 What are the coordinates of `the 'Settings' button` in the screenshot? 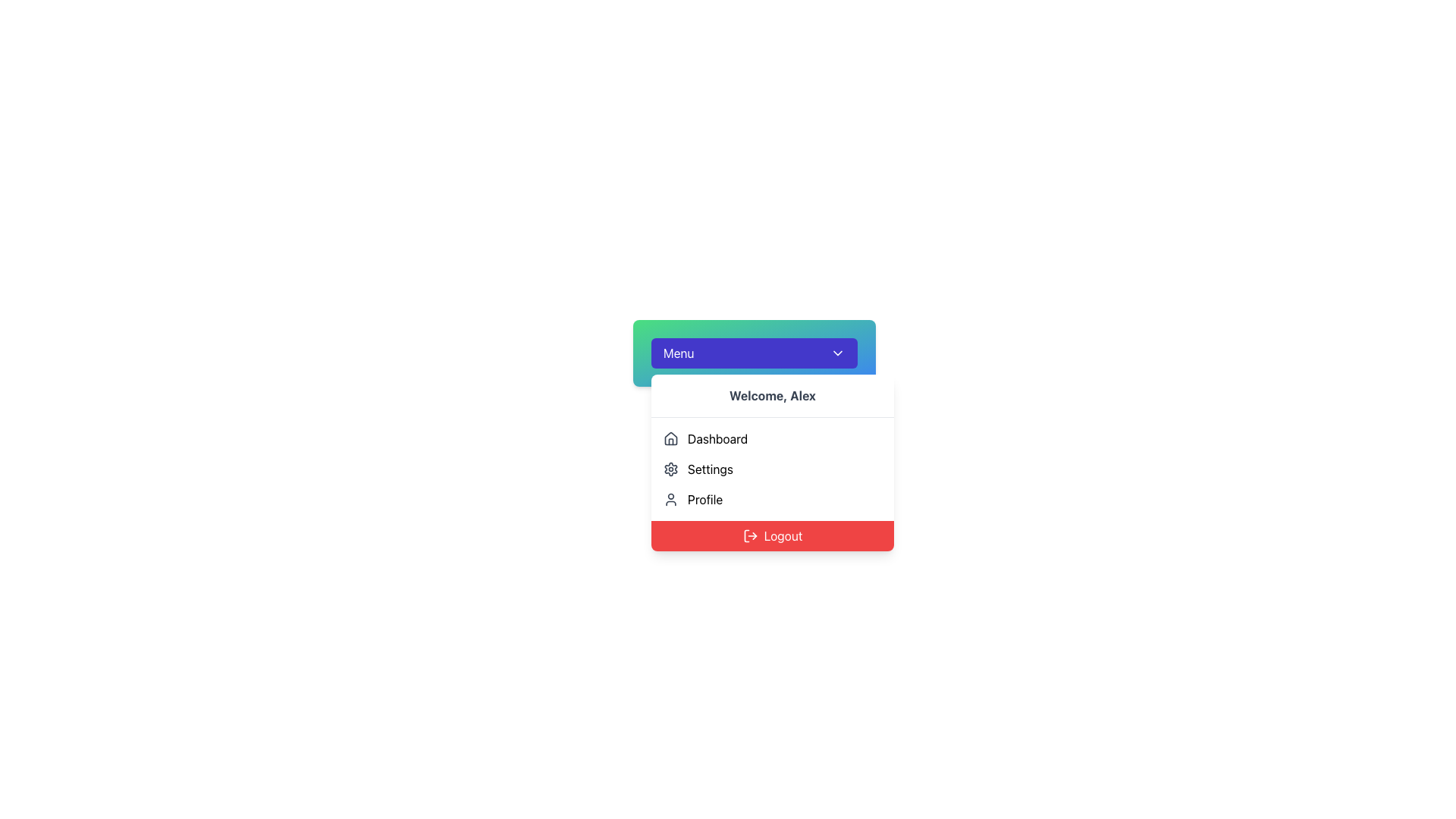 It's located at (772, 468).